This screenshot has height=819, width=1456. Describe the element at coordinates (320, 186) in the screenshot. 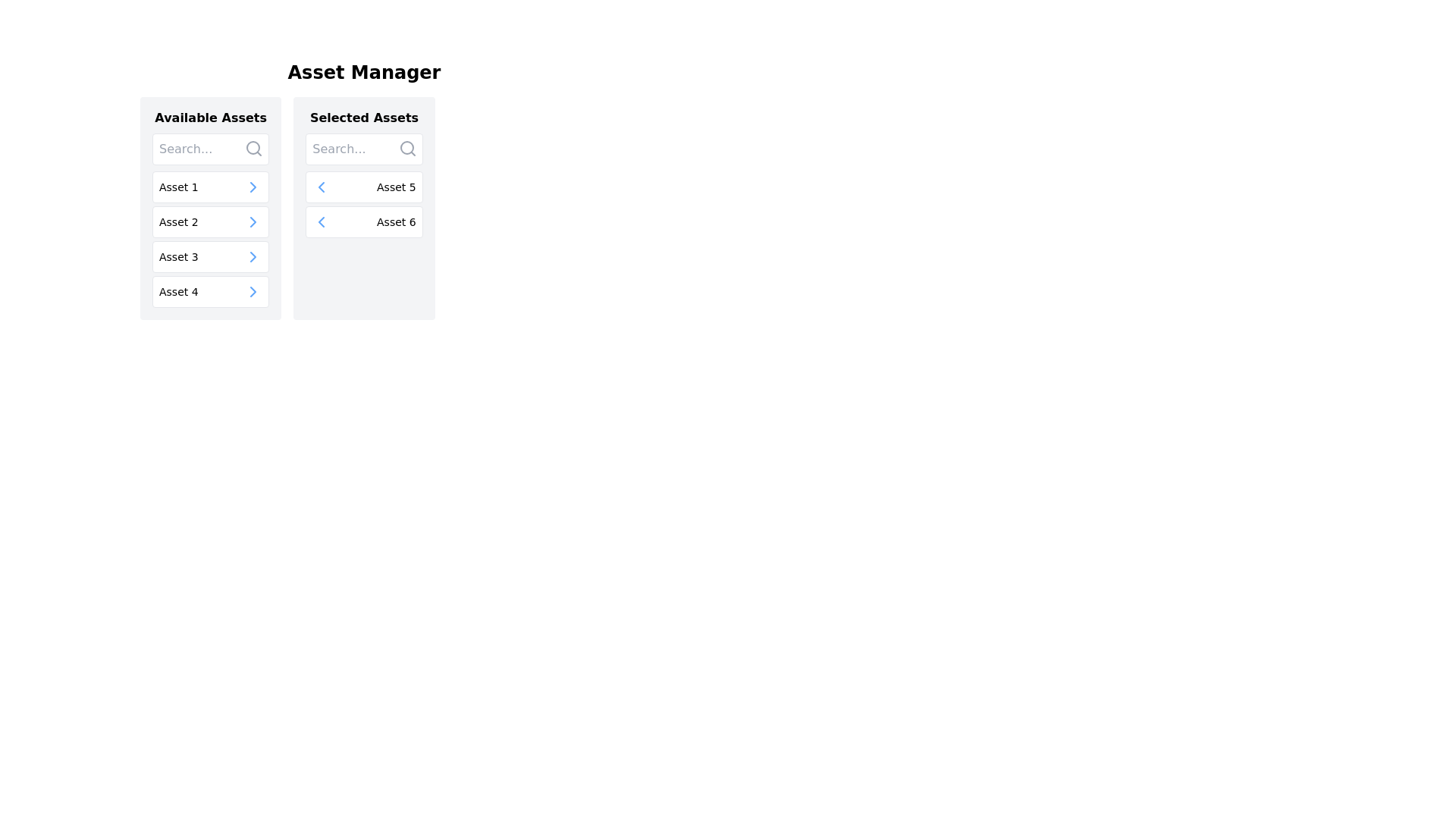

I see `the button with an icon` at that location.